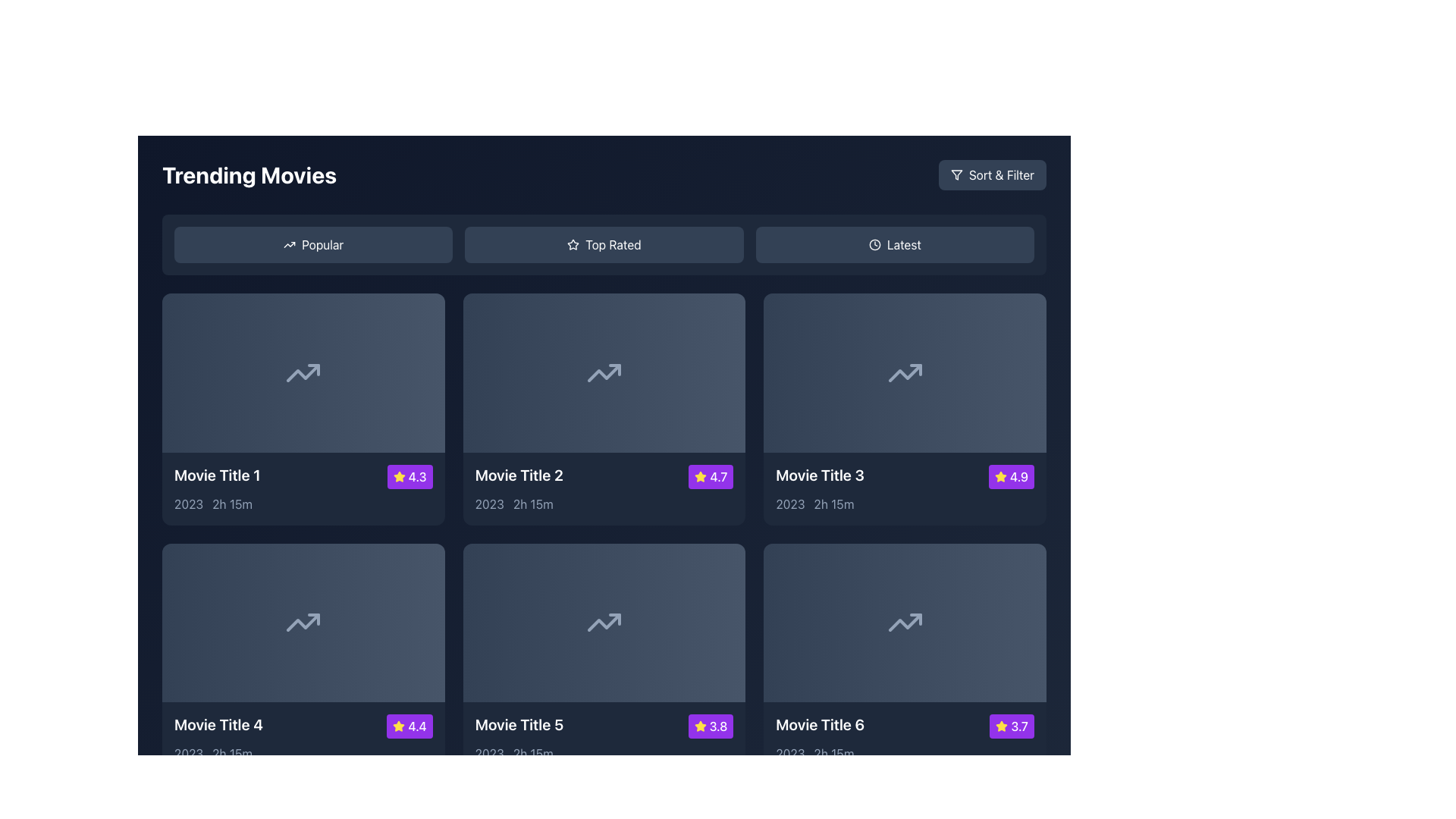 The width and height of the screenshot is (1456, 819). Describe the element at coordinates (303, 754) in the screenshot. I see `the informational label displaying the release year '2023' and runtime '2h 15m' for 'Movie Title 4', located at the bottom-left of the card` at that location.